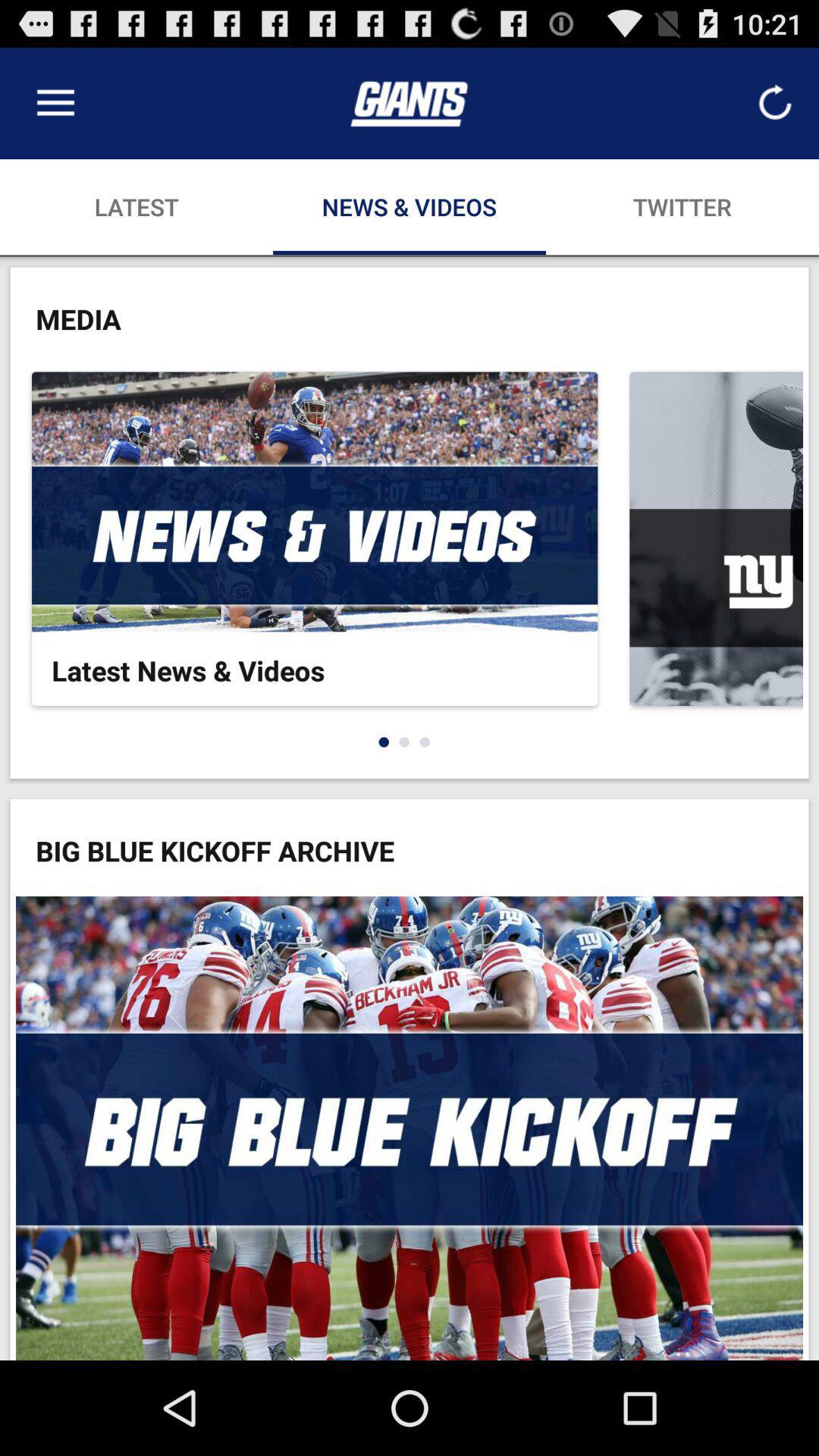  What do you see at coordinates (55, 102) in the screenshot?
I see `item above latest` at bounding box center [55, 102].